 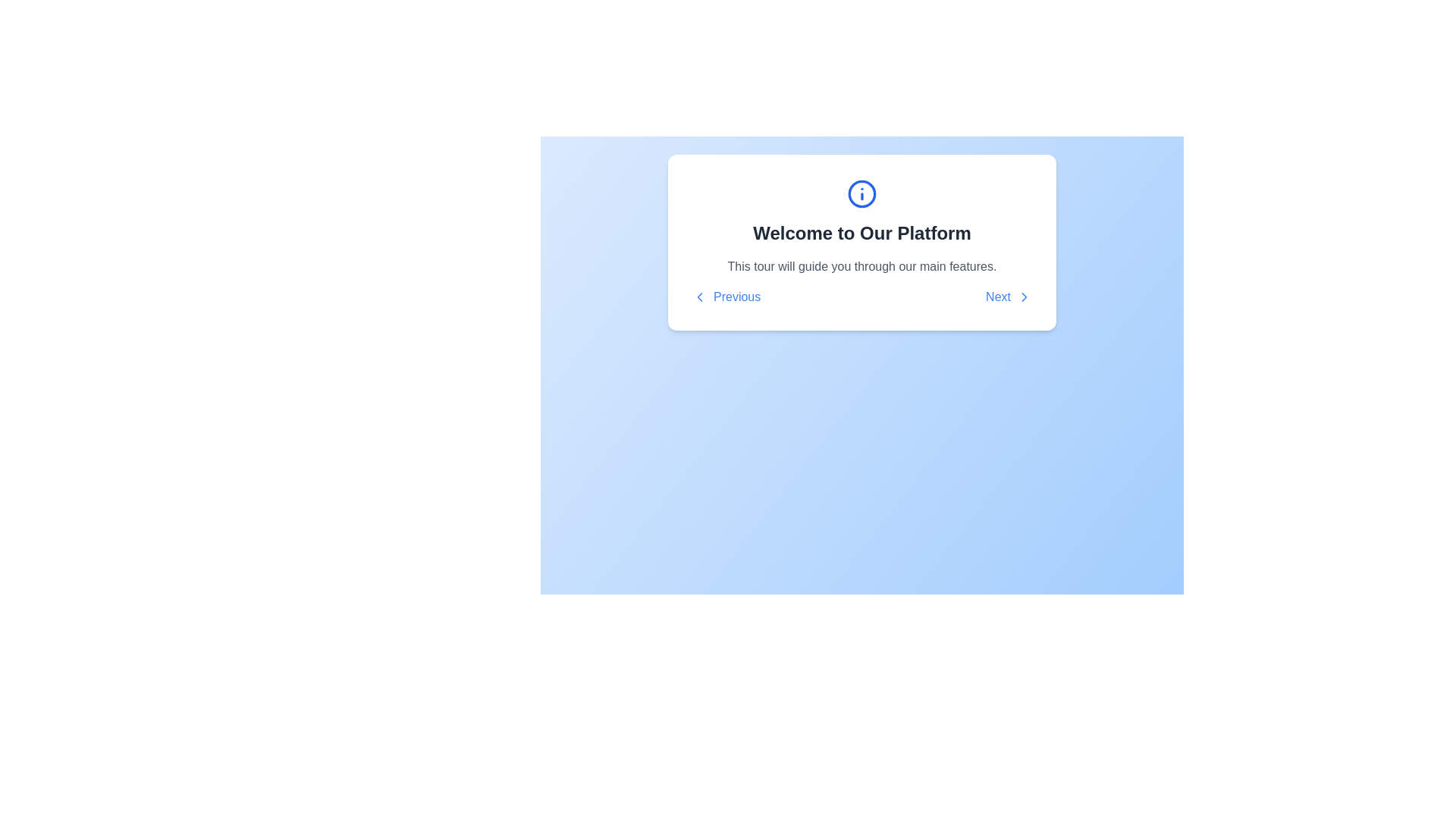 I want to click on the chevron icon located on the left-hand side of the navigation area labeled 'Previous', so click(x=698, y=297).